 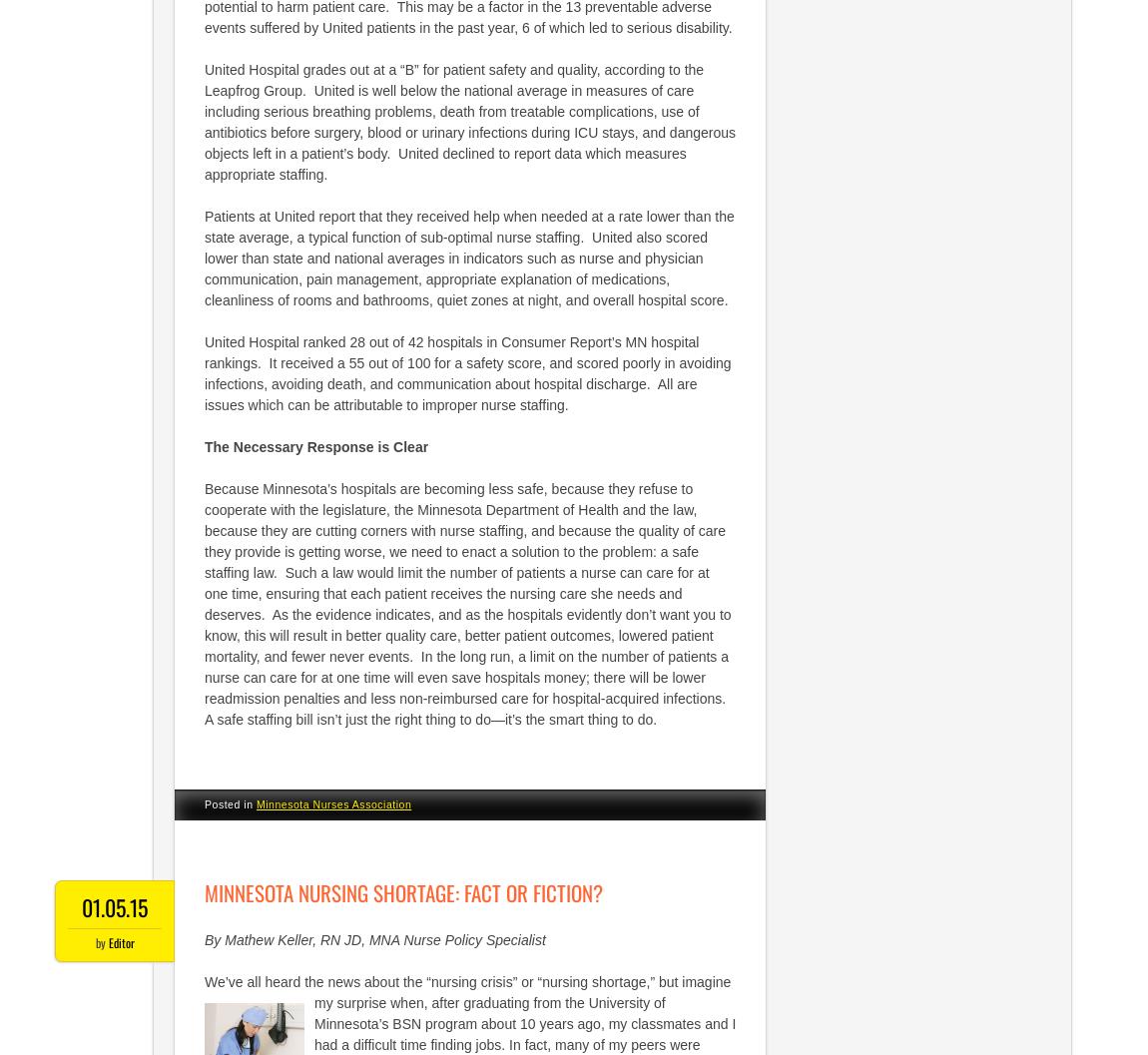 I want to click on 'Because Minnesota’s hospitals are becoming less safe, because they refuse to cooperate with the legislature, the Minnesota Department of Health and the law, because they are cutting corners with nurse staffing, and because the quality of care they provide is getting worse, we need to enact a solution to the problem: a safe staffing law.  Such a law would limit the number of patients a nurse can care for at one time, ensuring that each patient receives the nursing care she needs and deserves.  As the evidence indicates, and as the hospitals evidently don’t want you to know, this will result in better quality care, better patient outcomes, lowered patient mortality, and fewer never events.  In the long run, a limit on the number of patients a nurse can care for at one time will even save hospitals money; there will be lower readmission penalties and less non-reimbursed care for hospital-acquired infections.  A safe staffing bill isn’t just the right thing to do—it’s the smart thing to do.', so click(x=204, y=603).